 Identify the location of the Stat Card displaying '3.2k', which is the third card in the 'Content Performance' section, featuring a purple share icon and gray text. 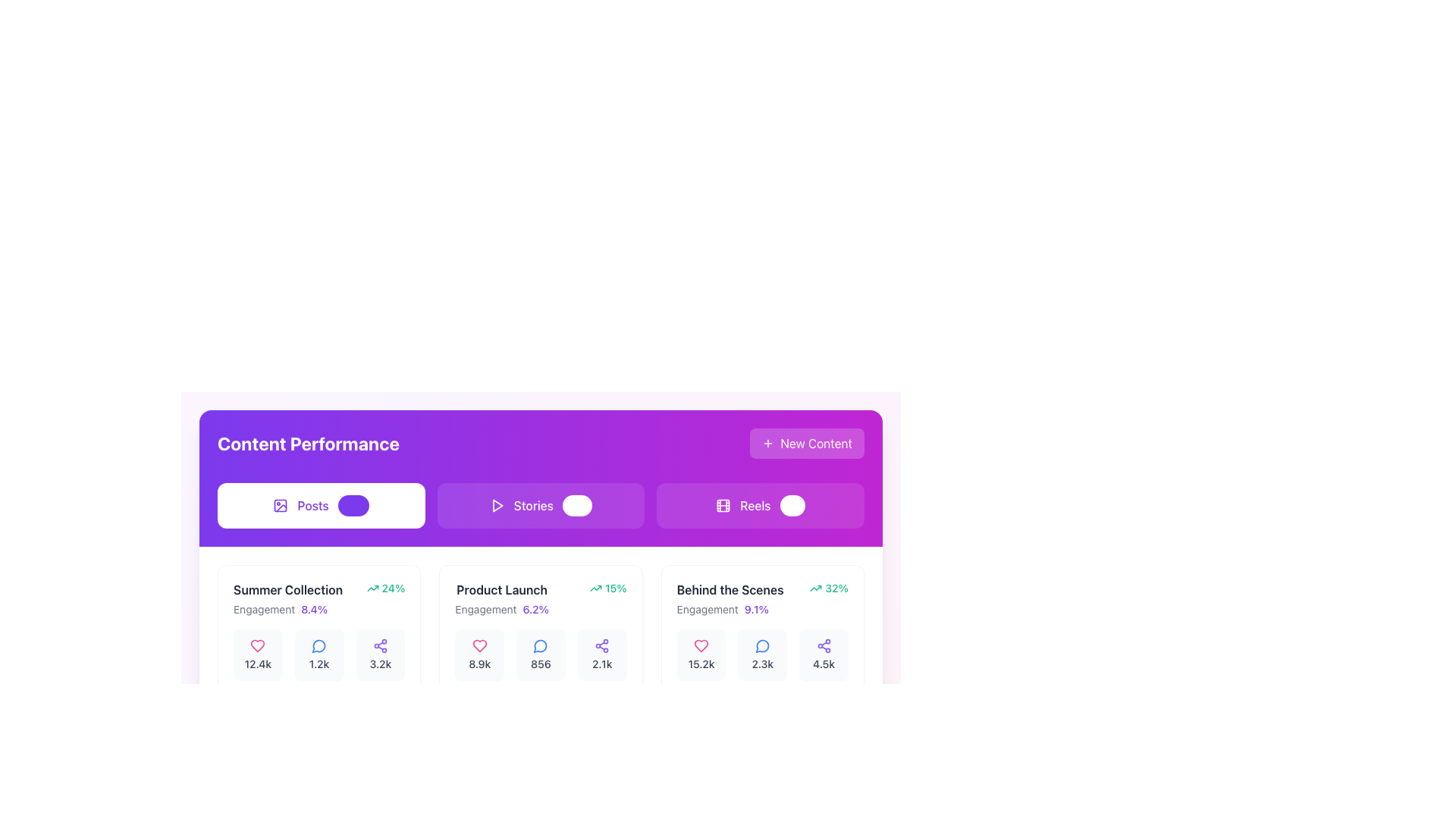
(380, 654).